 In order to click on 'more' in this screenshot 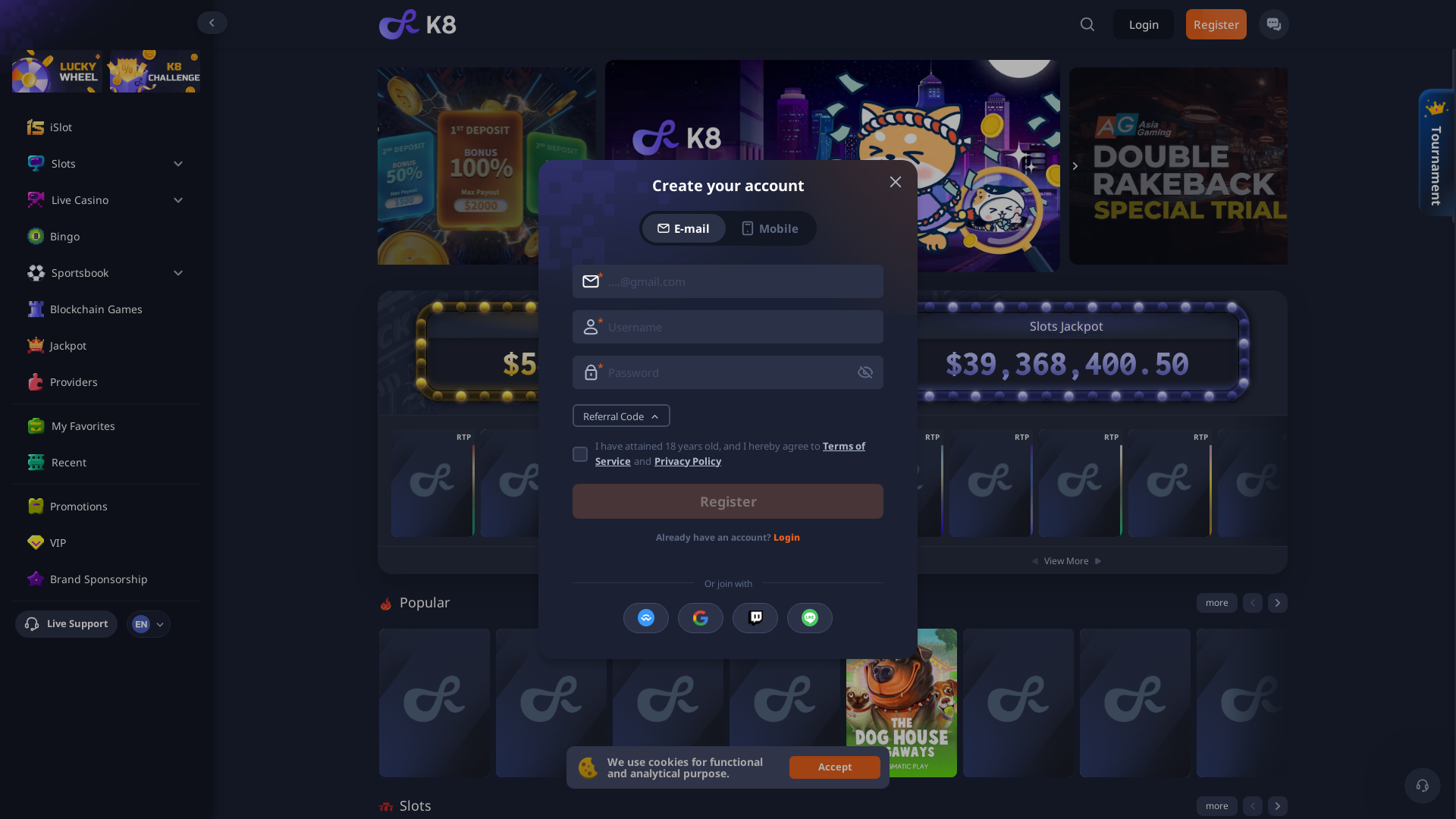, I will do `click(1216, 601)`.